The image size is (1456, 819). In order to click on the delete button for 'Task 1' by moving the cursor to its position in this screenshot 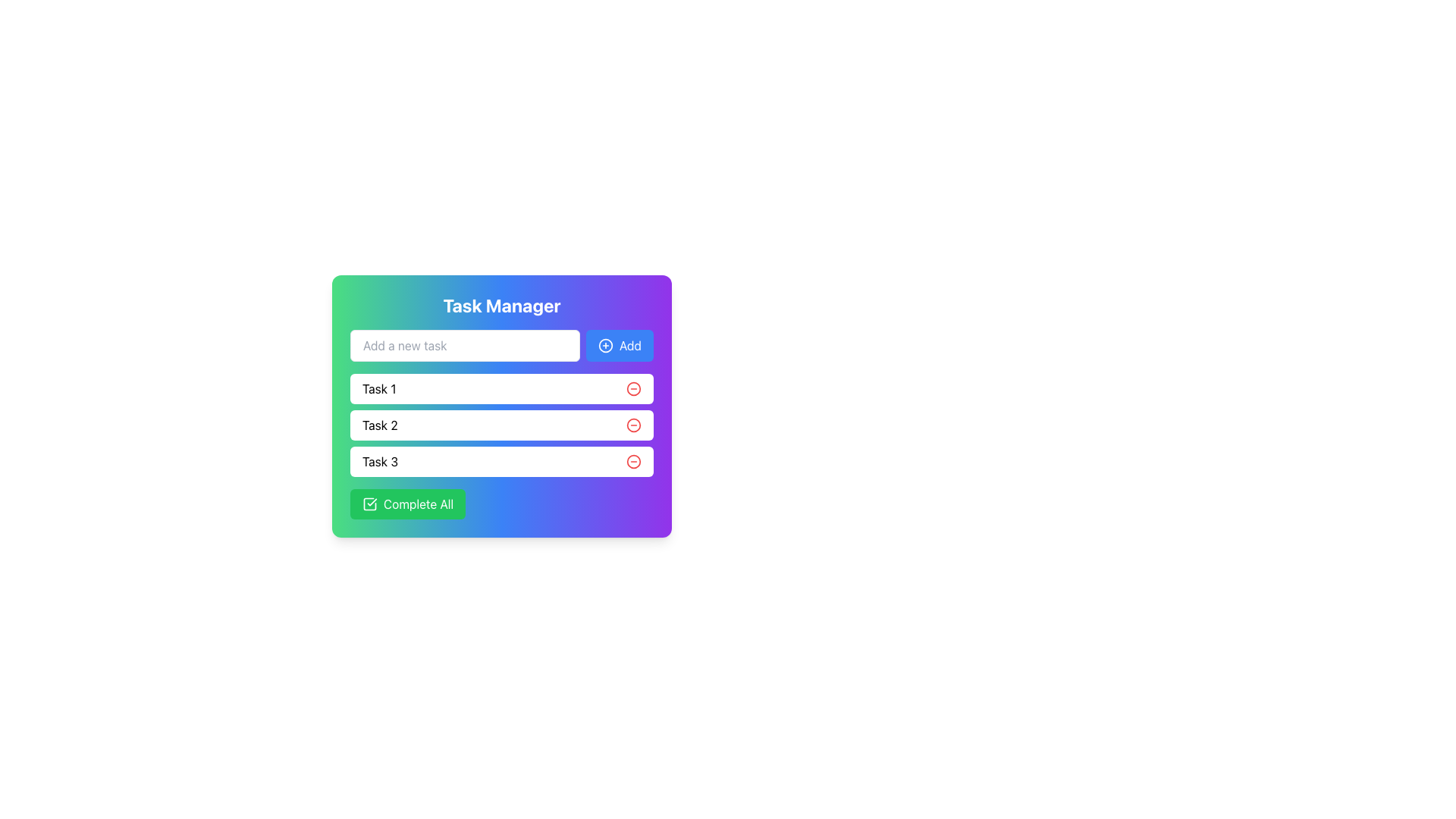, I will do `click(633, 388)`.